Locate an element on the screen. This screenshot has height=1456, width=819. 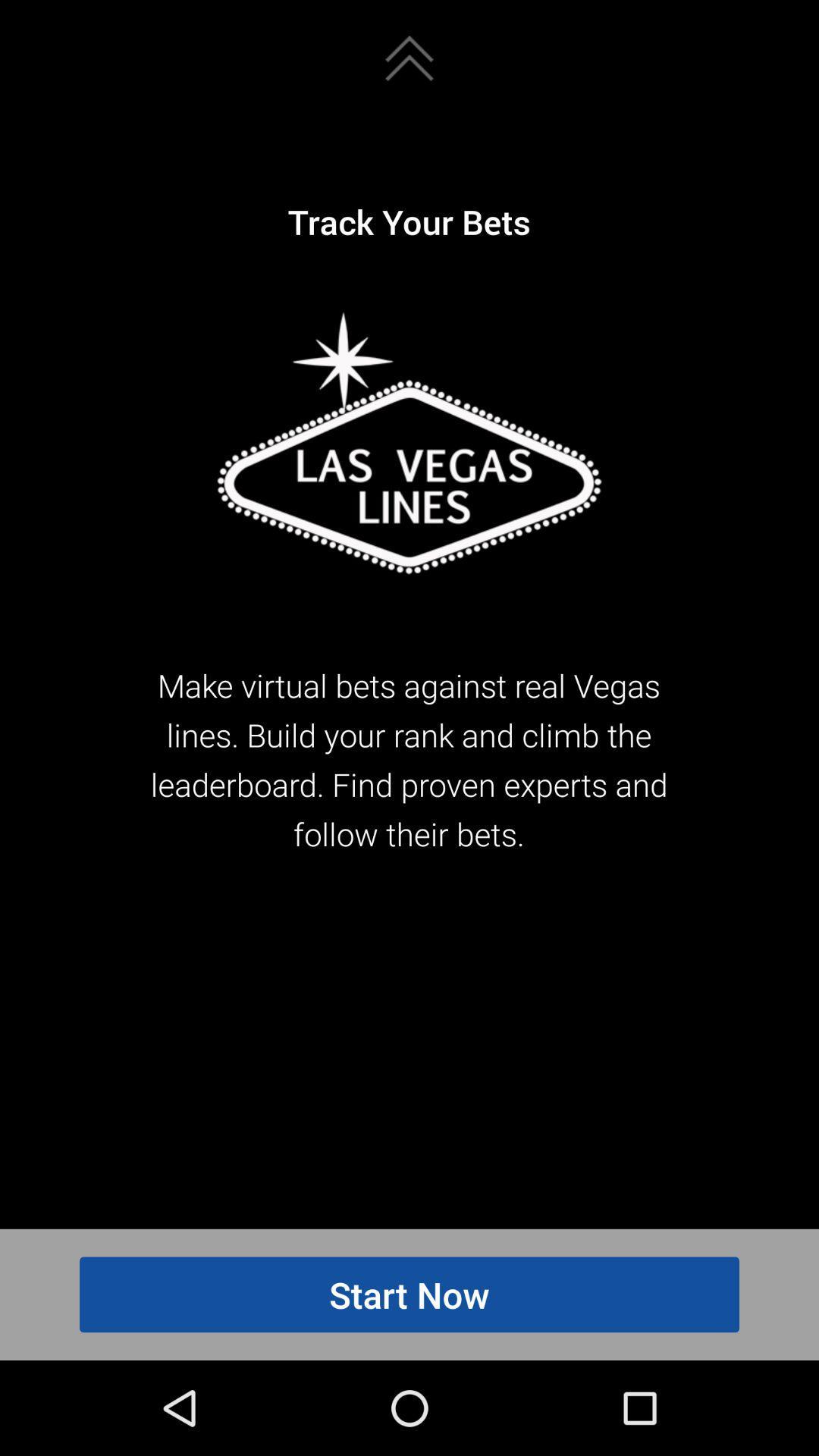
the start now is located at coordinates (409, 1294).